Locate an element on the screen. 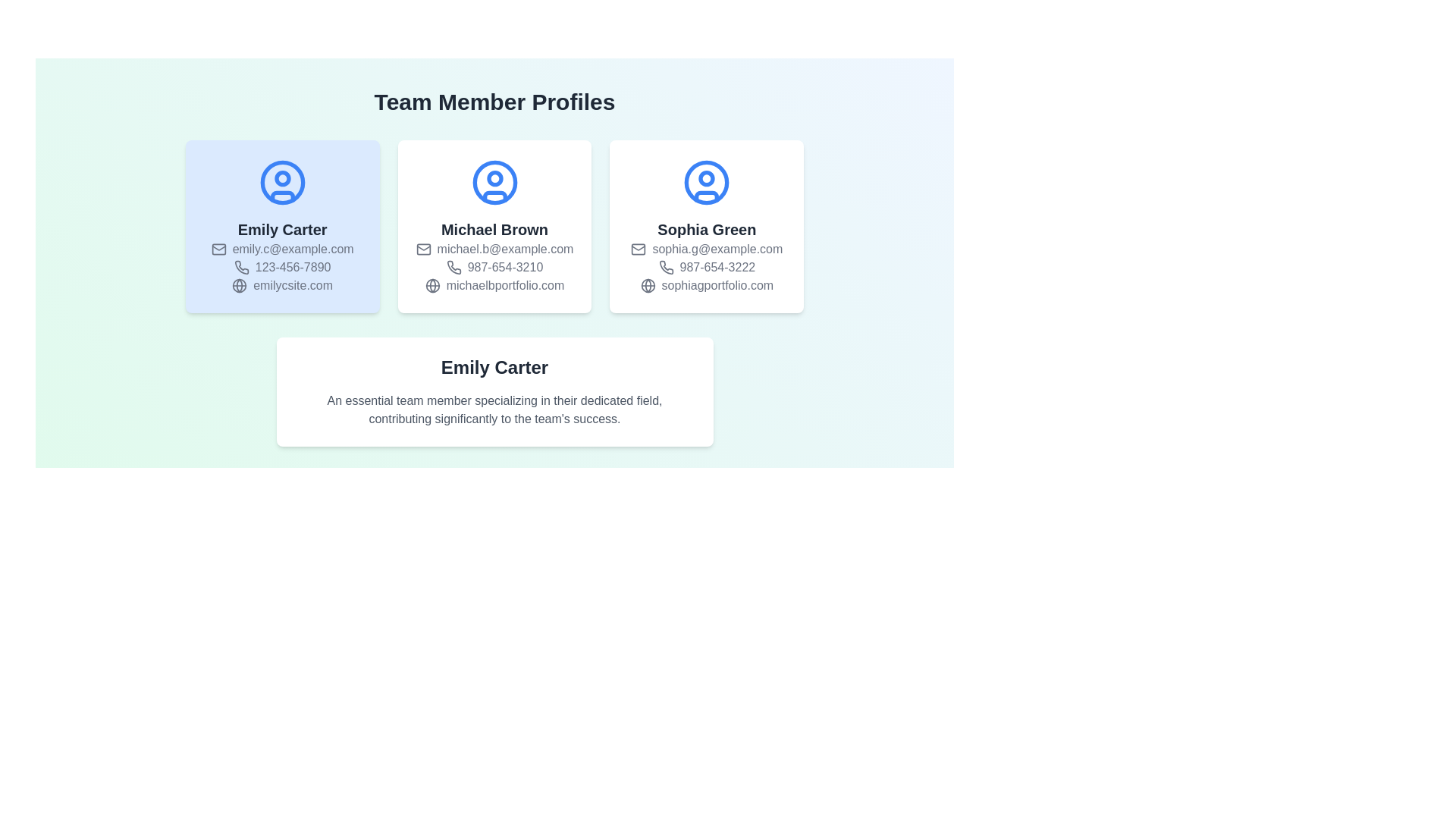 Image resolution: width=1456 pixels, height=819 pixels. the icon representing the website 'michaelbportfolio.com' located within the profile card of 'Michael Brown' to follow the associated link is located at coordinates (431, 286).